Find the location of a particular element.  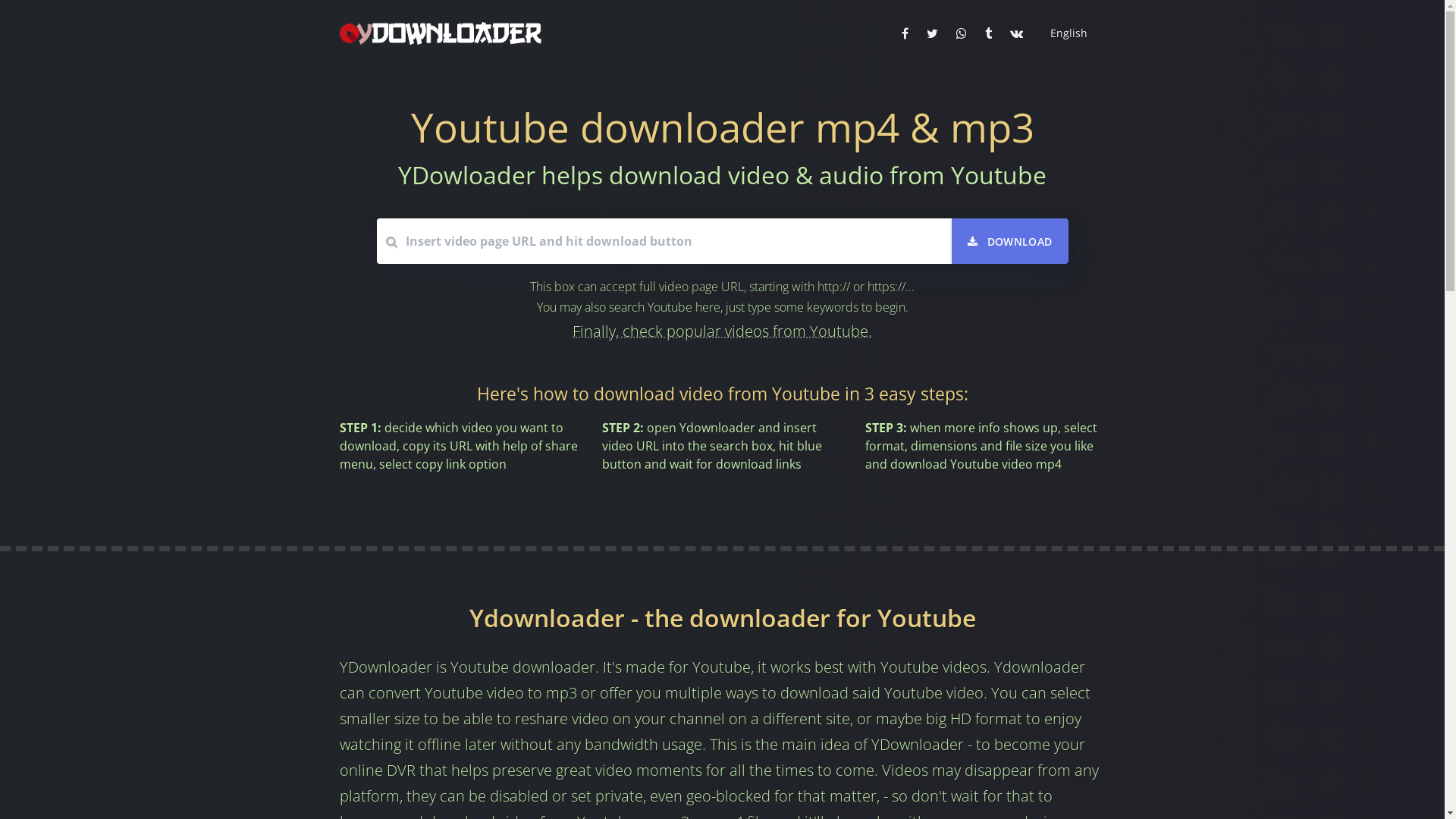

'Share on Twitter' is located at coordinates (931, 33).